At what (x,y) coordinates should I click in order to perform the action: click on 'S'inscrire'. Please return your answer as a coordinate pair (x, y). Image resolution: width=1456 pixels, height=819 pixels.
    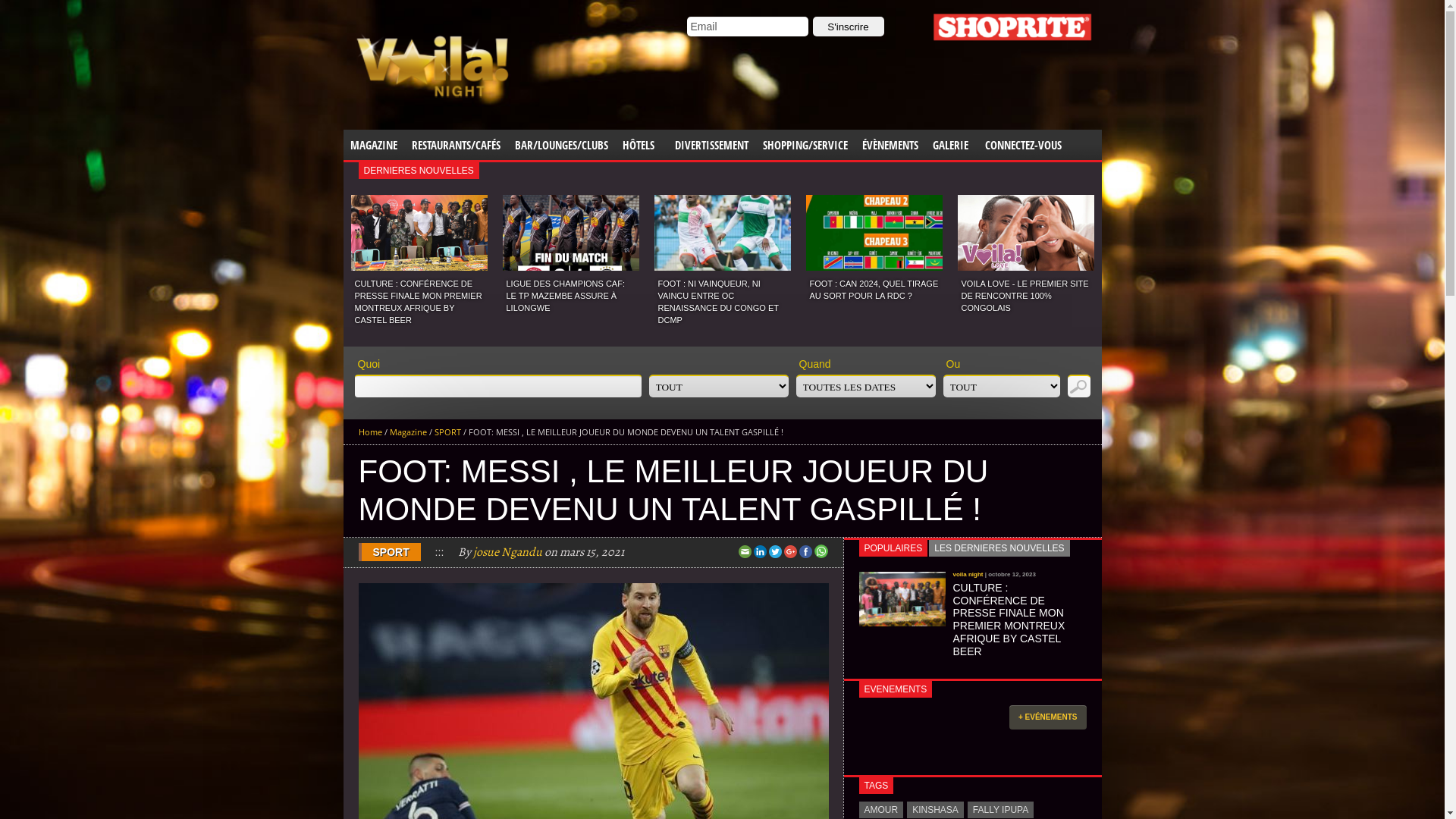
    Looking at the image, I should click on (847, 26).